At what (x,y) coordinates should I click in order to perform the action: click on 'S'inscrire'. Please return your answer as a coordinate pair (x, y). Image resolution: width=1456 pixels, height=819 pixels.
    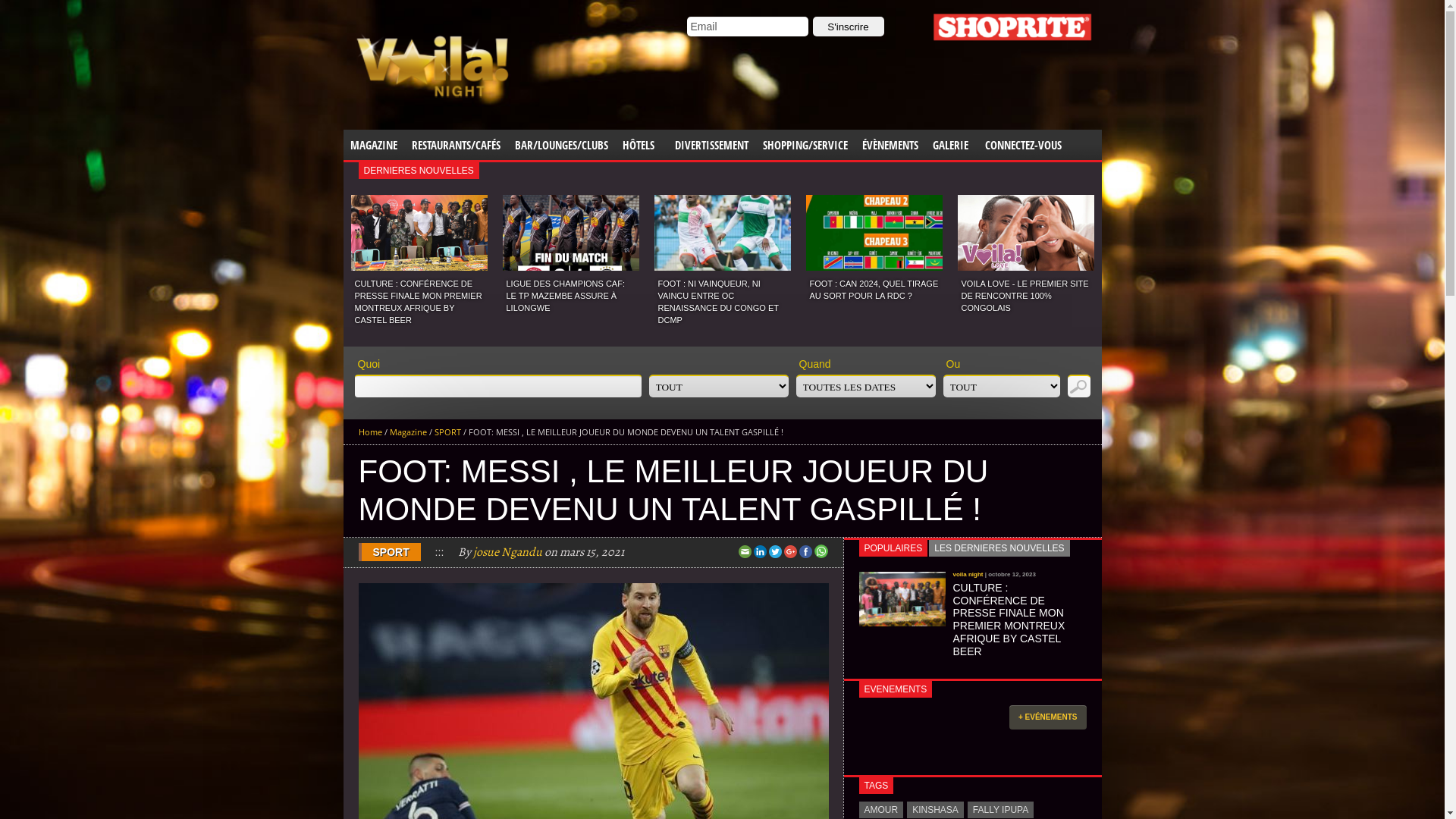
    Looking at the image, I should click on (847, 26).